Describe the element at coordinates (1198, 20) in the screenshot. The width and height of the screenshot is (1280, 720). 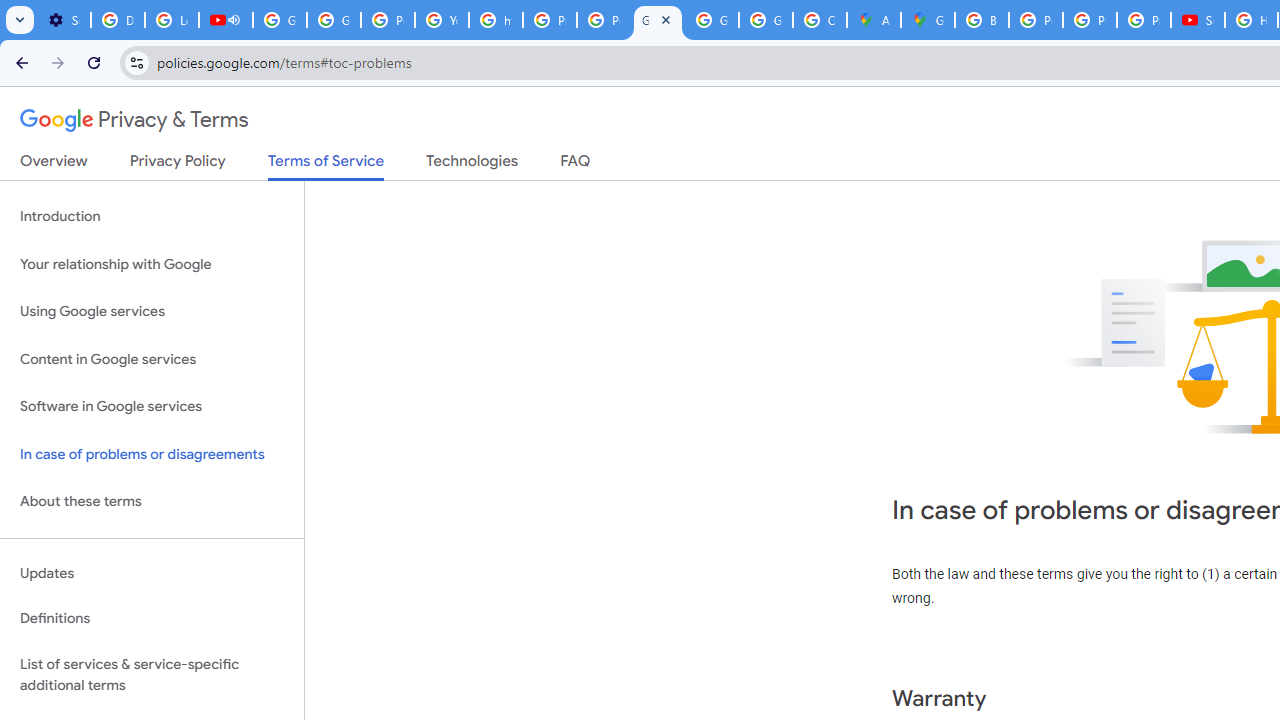
I see `'Subscriptions - YouTube'` at that location.